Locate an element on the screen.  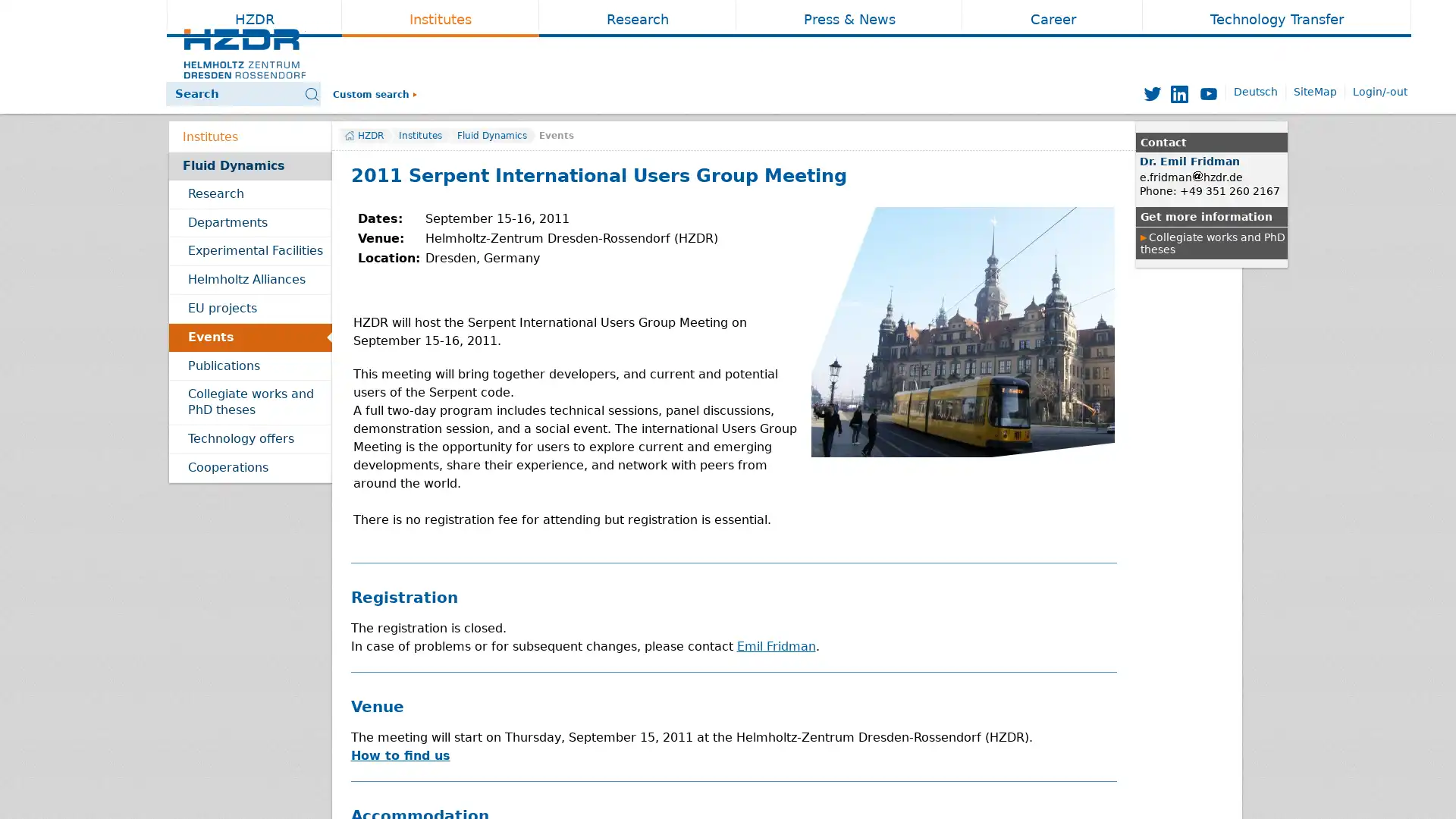
Search is located at coordinates (475, 94).